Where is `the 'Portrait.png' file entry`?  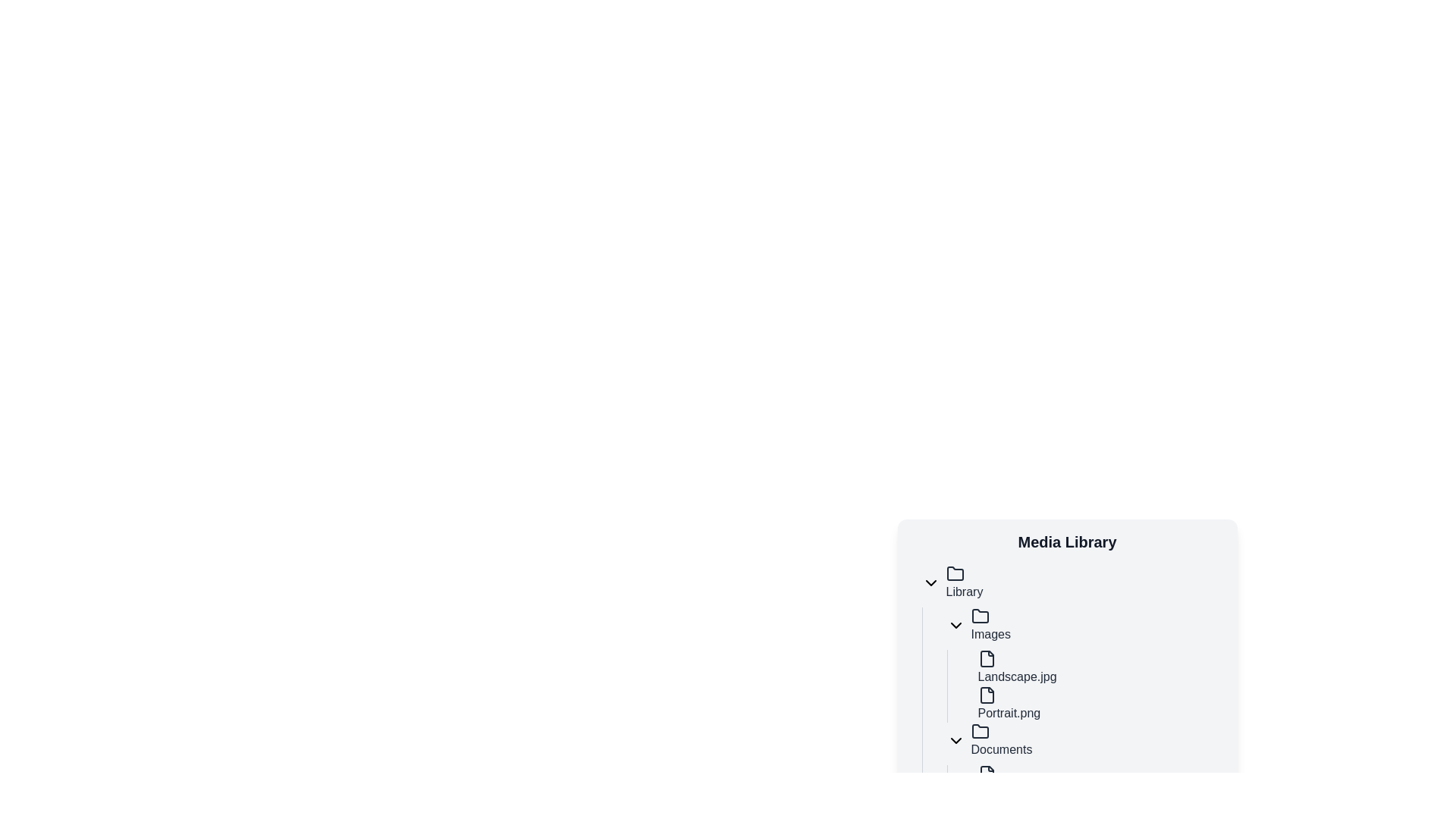
the 'Portrait.png' file entry is located at coordinates (1092, 704).